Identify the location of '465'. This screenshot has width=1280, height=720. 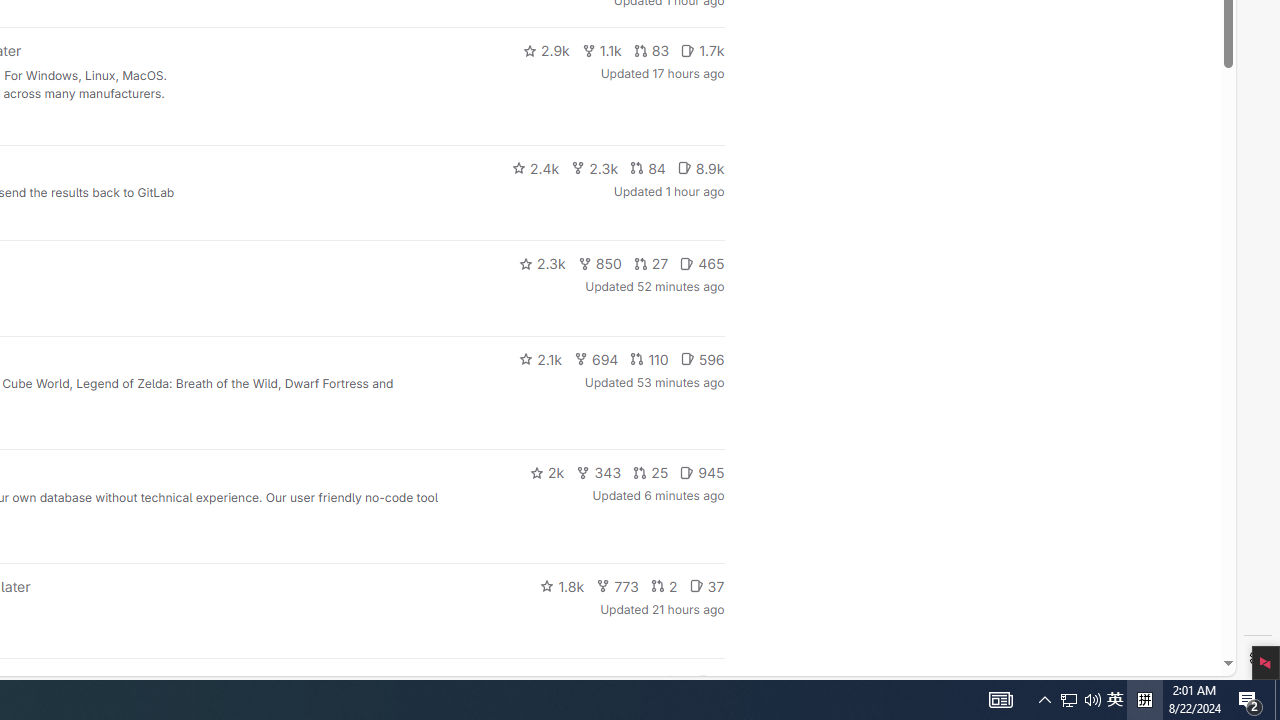
(702, 262).